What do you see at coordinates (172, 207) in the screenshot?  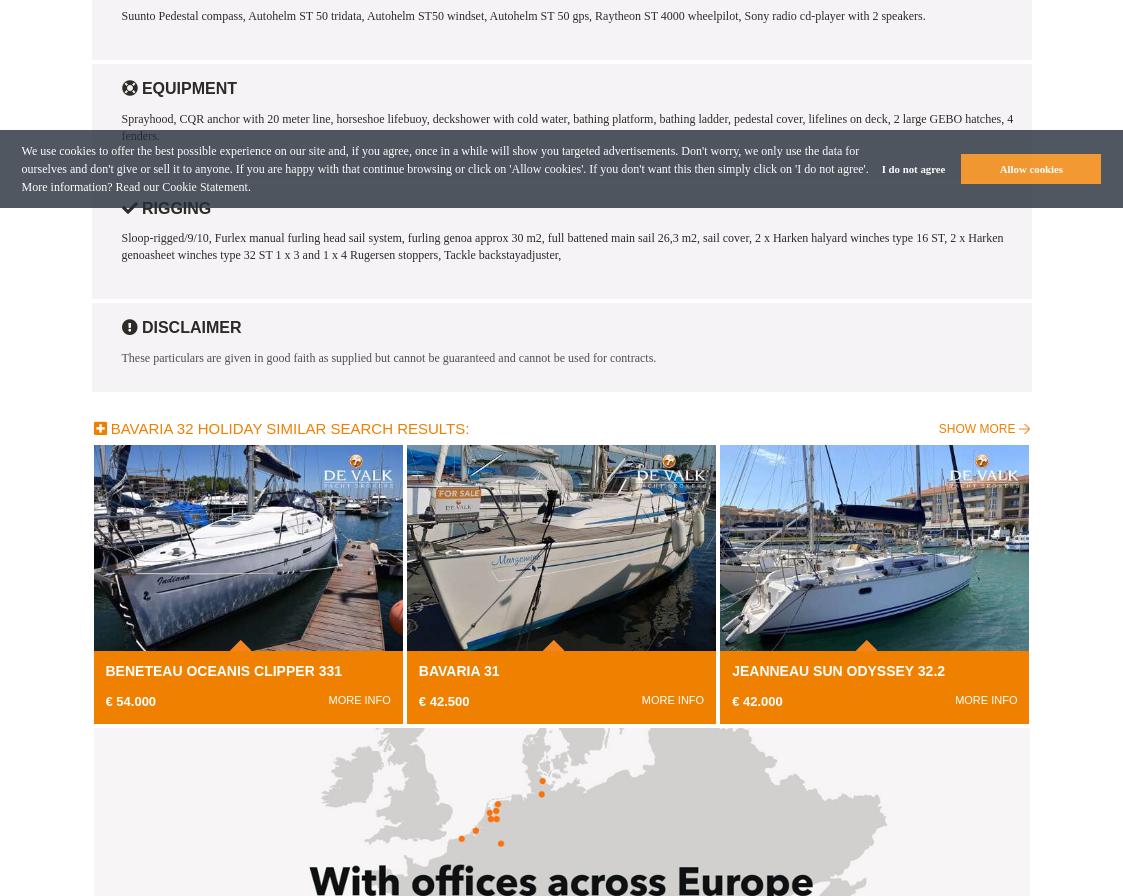 I see `'Rigging'` at bounding box center [172, 207].